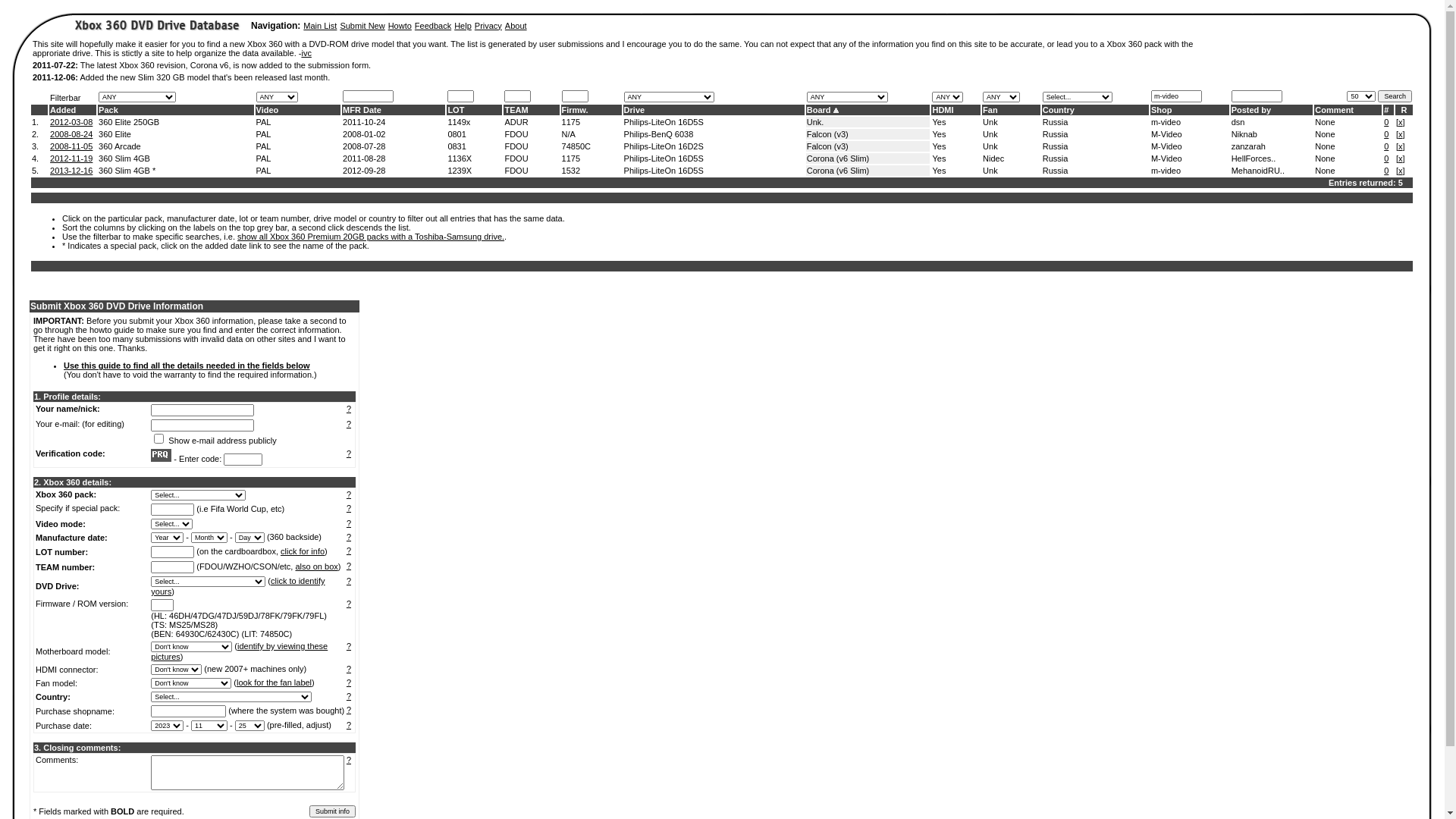  Describe the element at coordinates (1400, 121) in the screenshot. I see `'x'` at that location.